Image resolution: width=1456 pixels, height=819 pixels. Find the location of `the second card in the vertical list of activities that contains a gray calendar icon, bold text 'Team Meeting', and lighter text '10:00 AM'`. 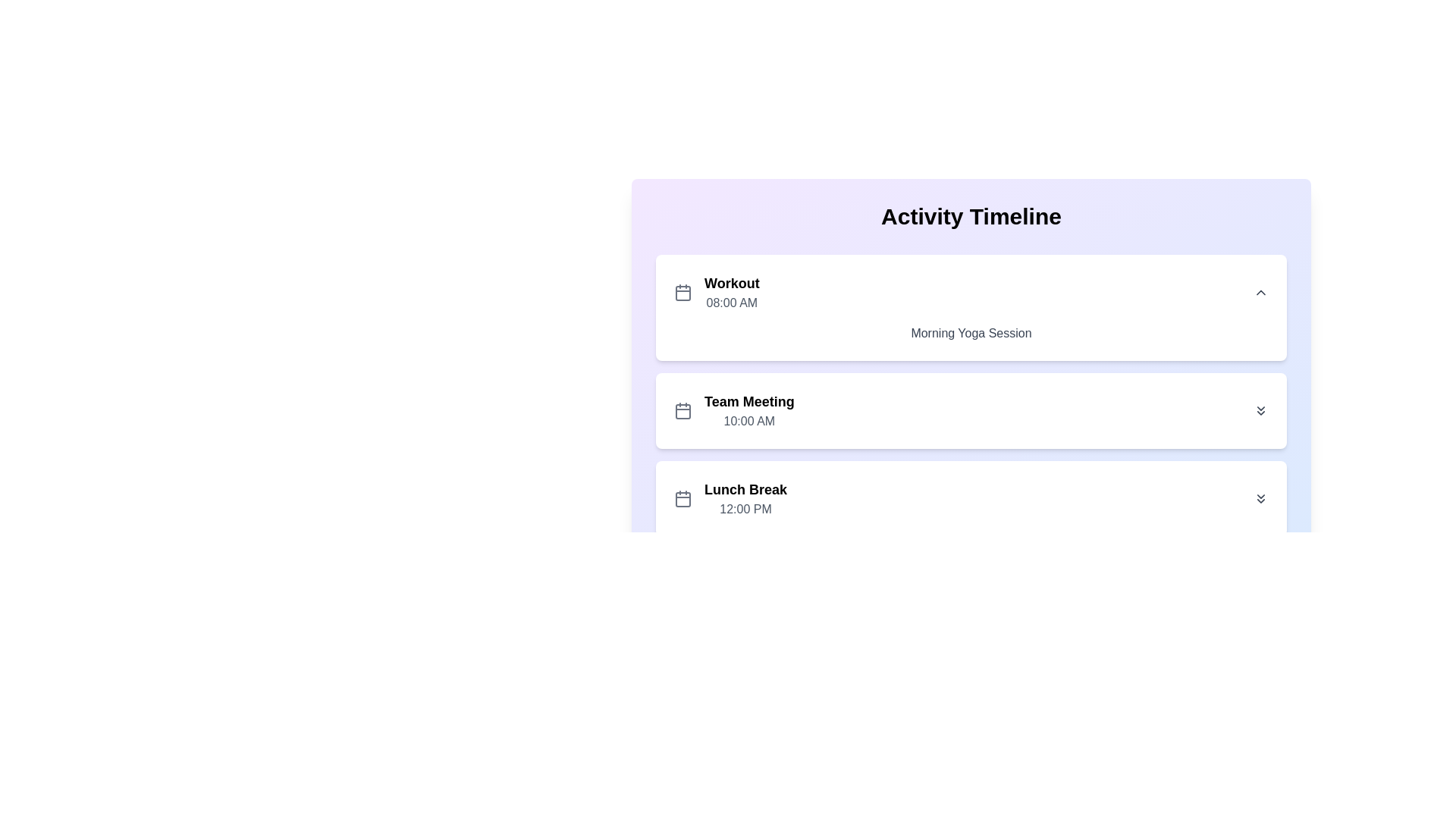

the second card in the vertical list of activities that contains a gray calendar icon, bold text 'Team Meeting', and lighter text '10:00 AM' is located at coordinates (734, 411).